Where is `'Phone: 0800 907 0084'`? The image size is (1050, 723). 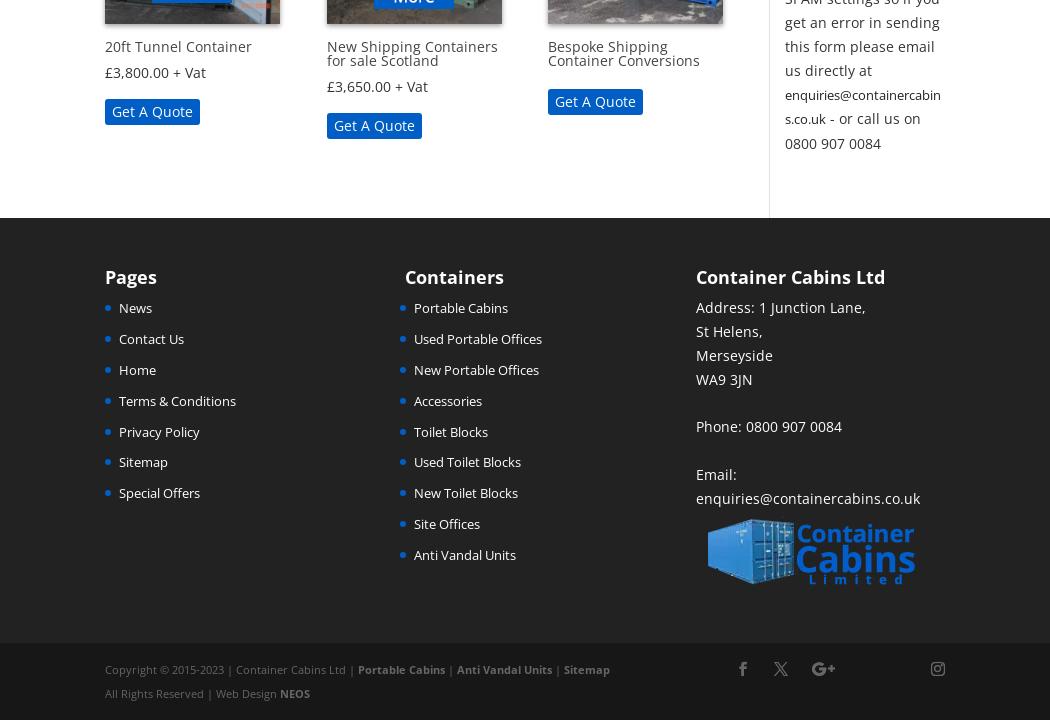 'Phone: 0800 907 0084' is located at coordinates (767, 425).